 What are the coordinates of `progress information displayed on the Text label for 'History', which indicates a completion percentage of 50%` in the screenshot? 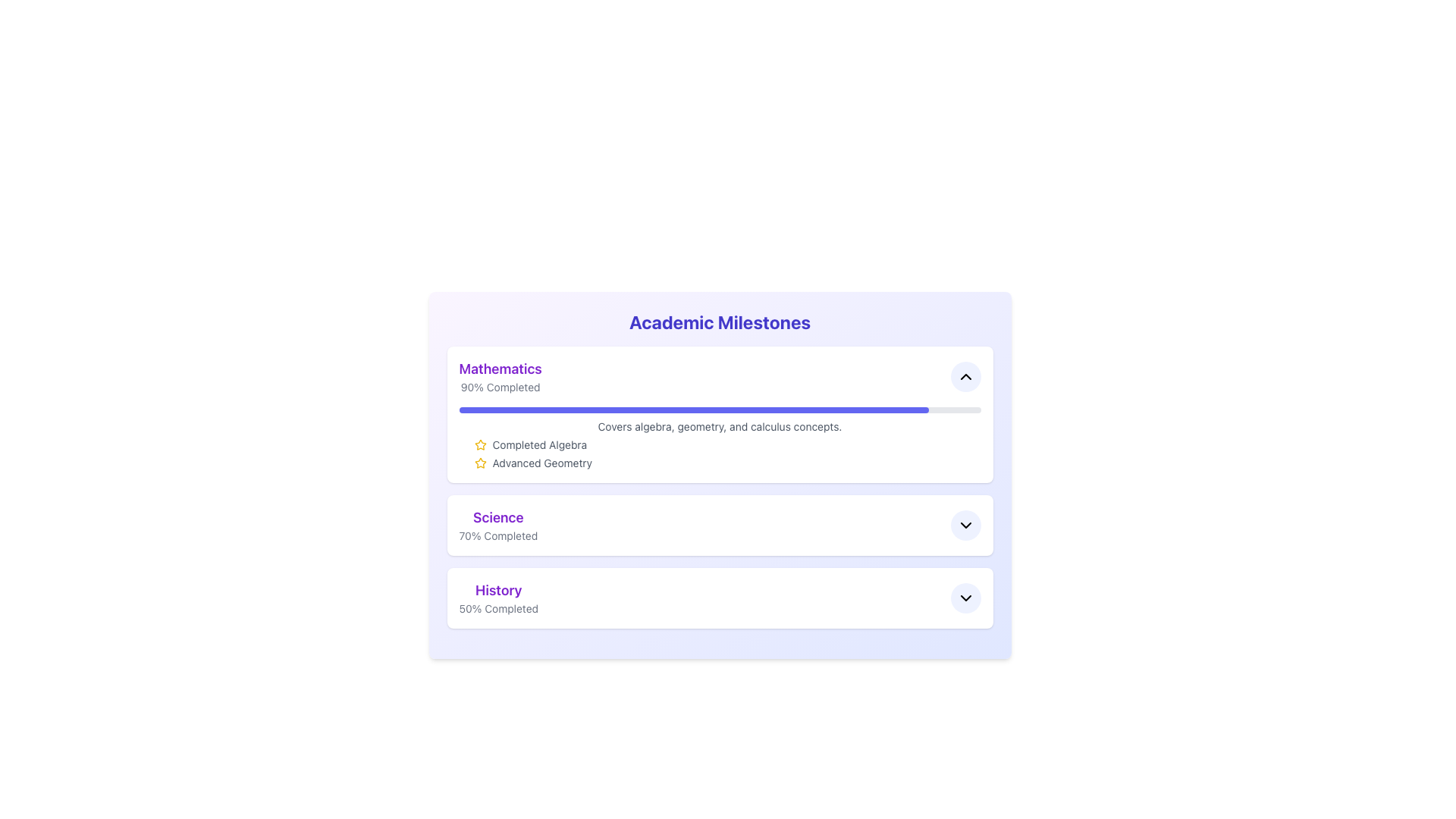 It's located at (498, 598).